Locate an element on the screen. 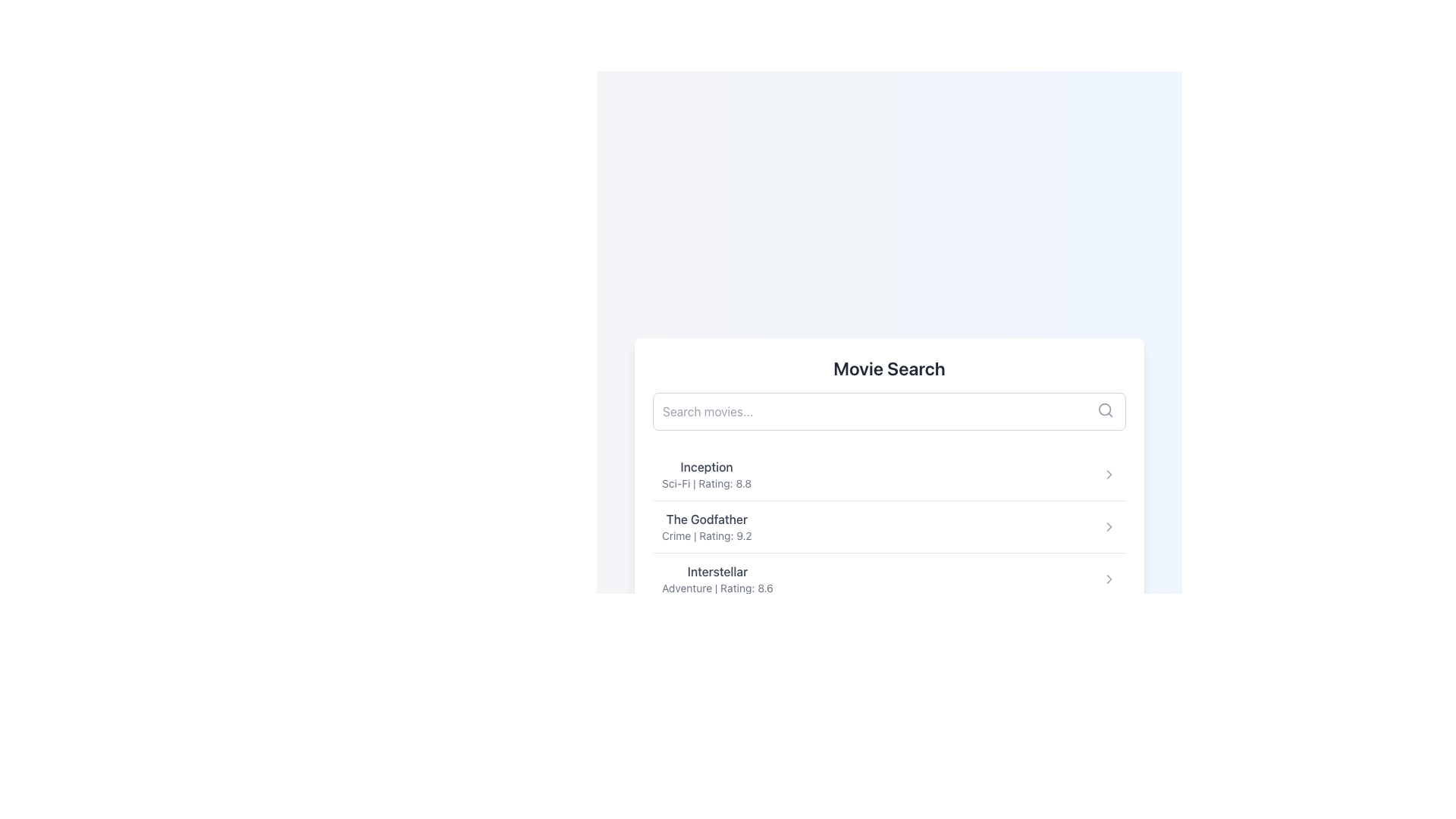 The width and height of the screenshot is (1456, 819). the right arrow icon element located at the far right of the list item titled 'Inception' in the 'Movie Search' results interface is located at coordinates (1109, 473).